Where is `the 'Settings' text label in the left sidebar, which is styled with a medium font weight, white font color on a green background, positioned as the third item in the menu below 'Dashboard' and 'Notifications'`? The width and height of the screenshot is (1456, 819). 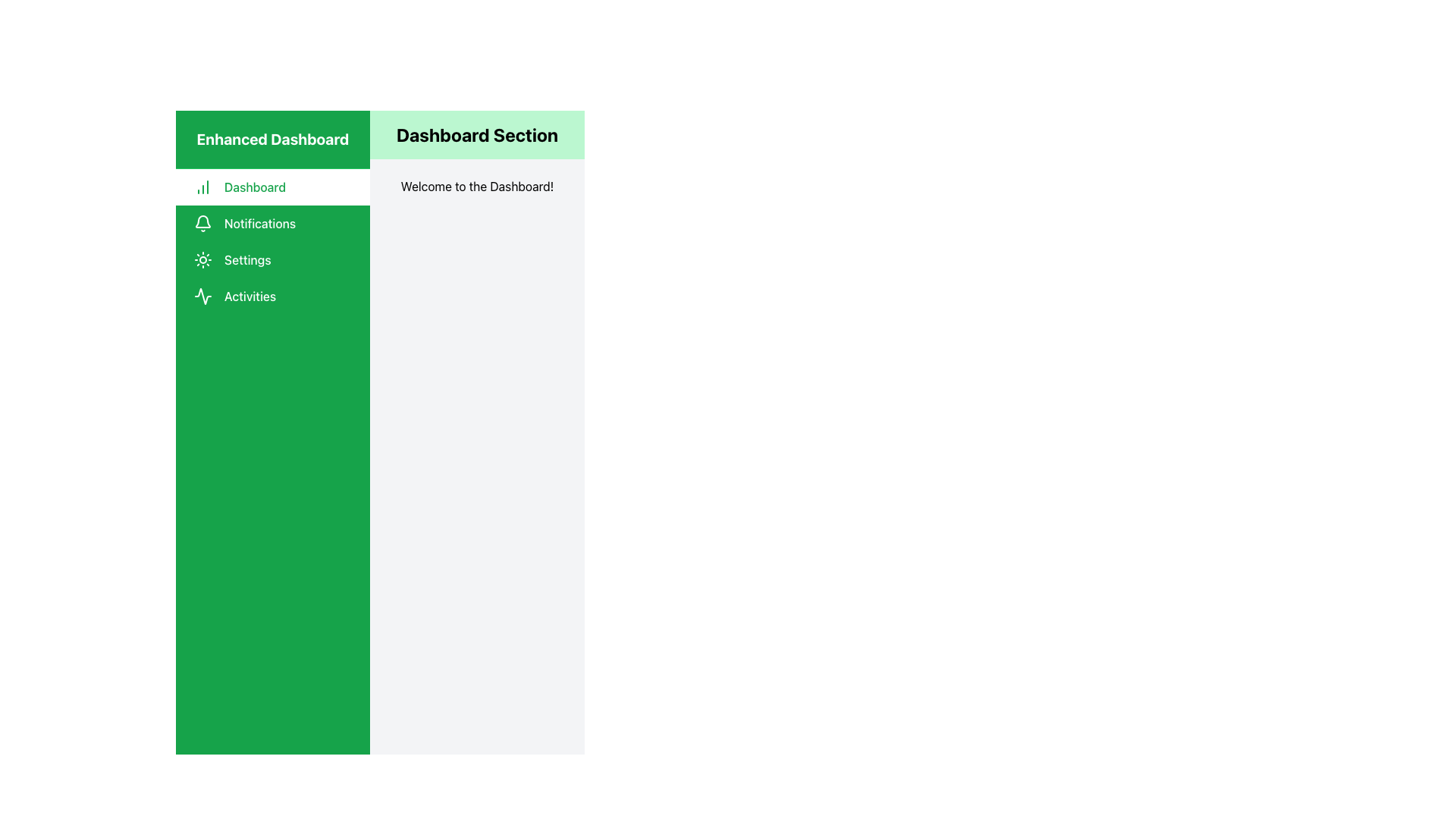
the 'Settings' text label in the left sidebar, which is styled with a medium font weight, white font color on a green background, positioned as the third item in the menu below 'Dashboard' and 'Notifications' is located at coordinates (247, 259).